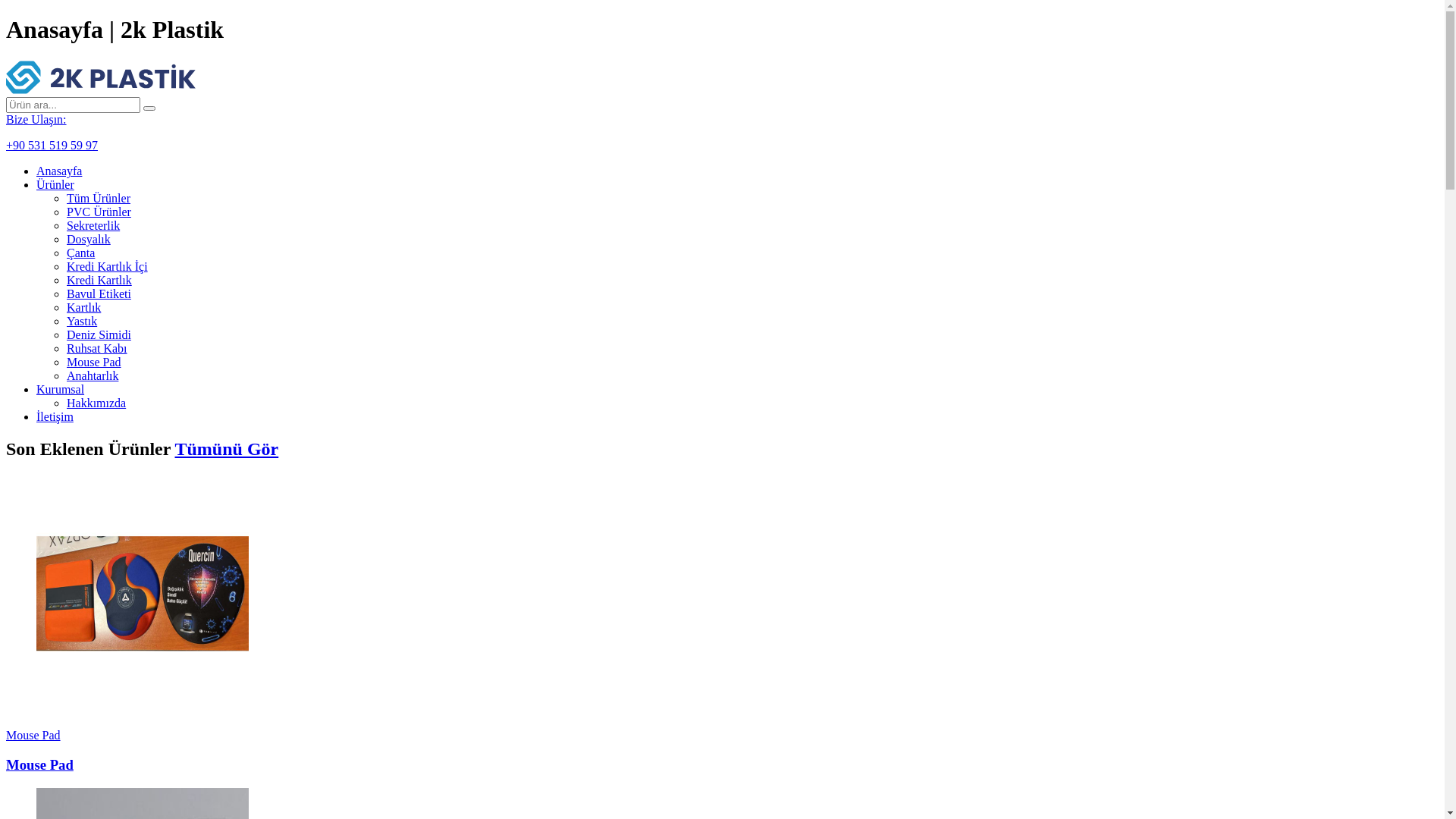 This screenshot has width=1456, height=819. What do you see at coordinates (98, 293) in the screenshot?
I see `'Bavul Etiketi'` at bounding box center [98, 293].